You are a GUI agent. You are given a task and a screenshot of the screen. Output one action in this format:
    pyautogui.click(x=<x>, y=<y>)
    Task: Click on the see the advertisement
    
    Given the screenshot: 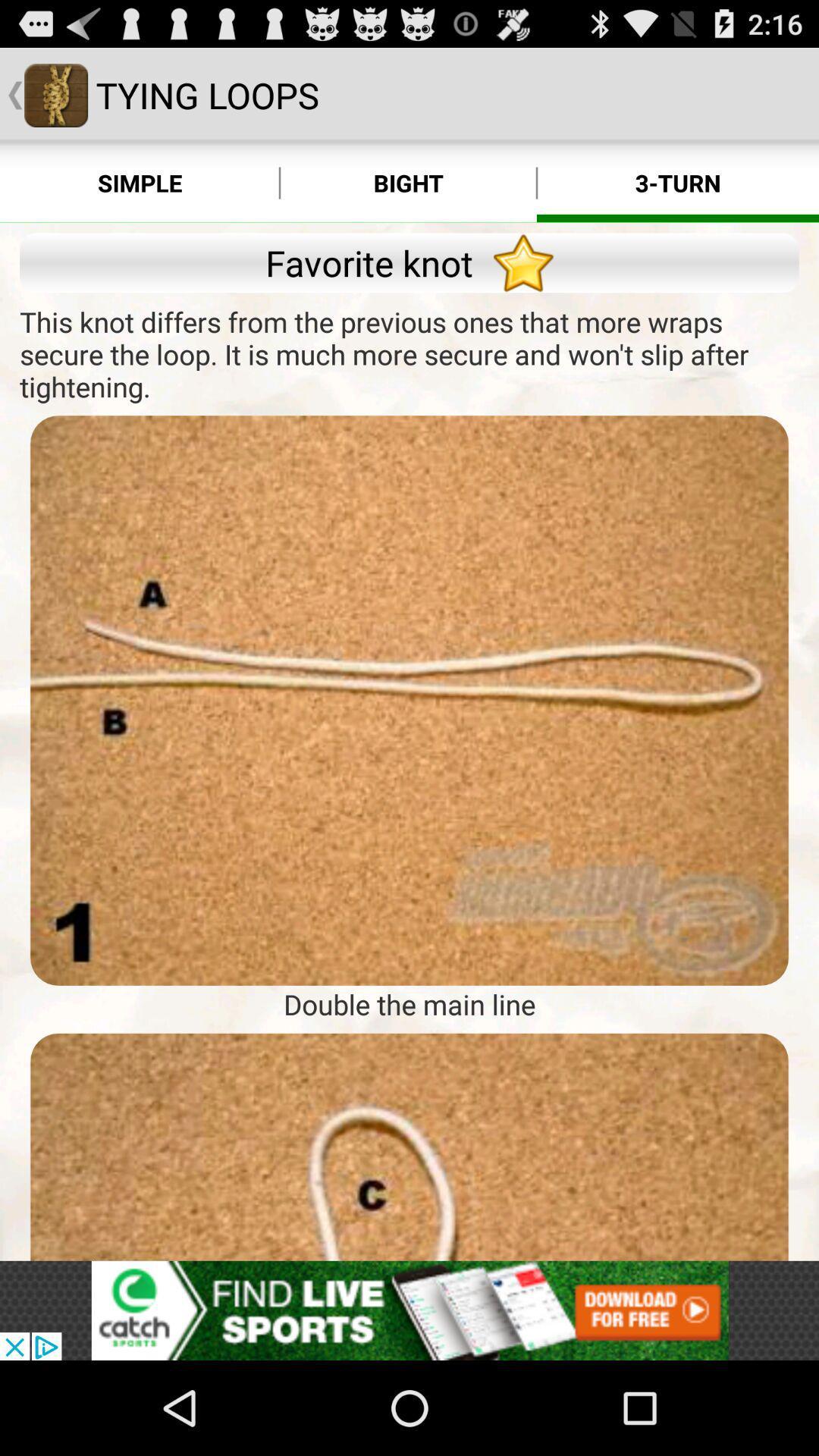 What is the action you would take?
    pyautogui.click(x=409, y=1310)
    